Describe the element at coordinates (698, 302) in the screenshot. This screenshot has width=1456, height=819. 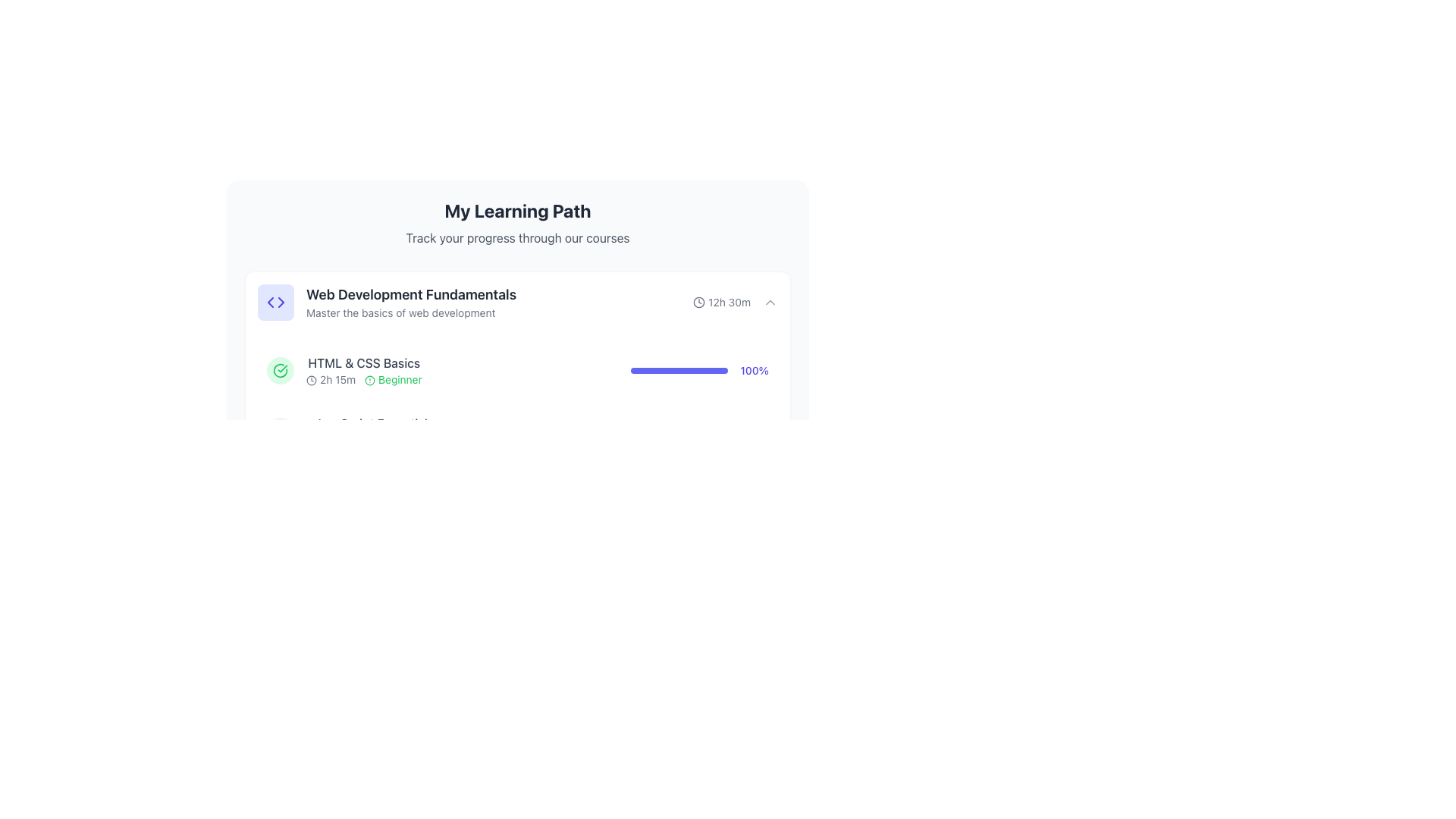
I see `the circle element that represents a part of the clock icon, located near the right end of the viewbox` at that location.